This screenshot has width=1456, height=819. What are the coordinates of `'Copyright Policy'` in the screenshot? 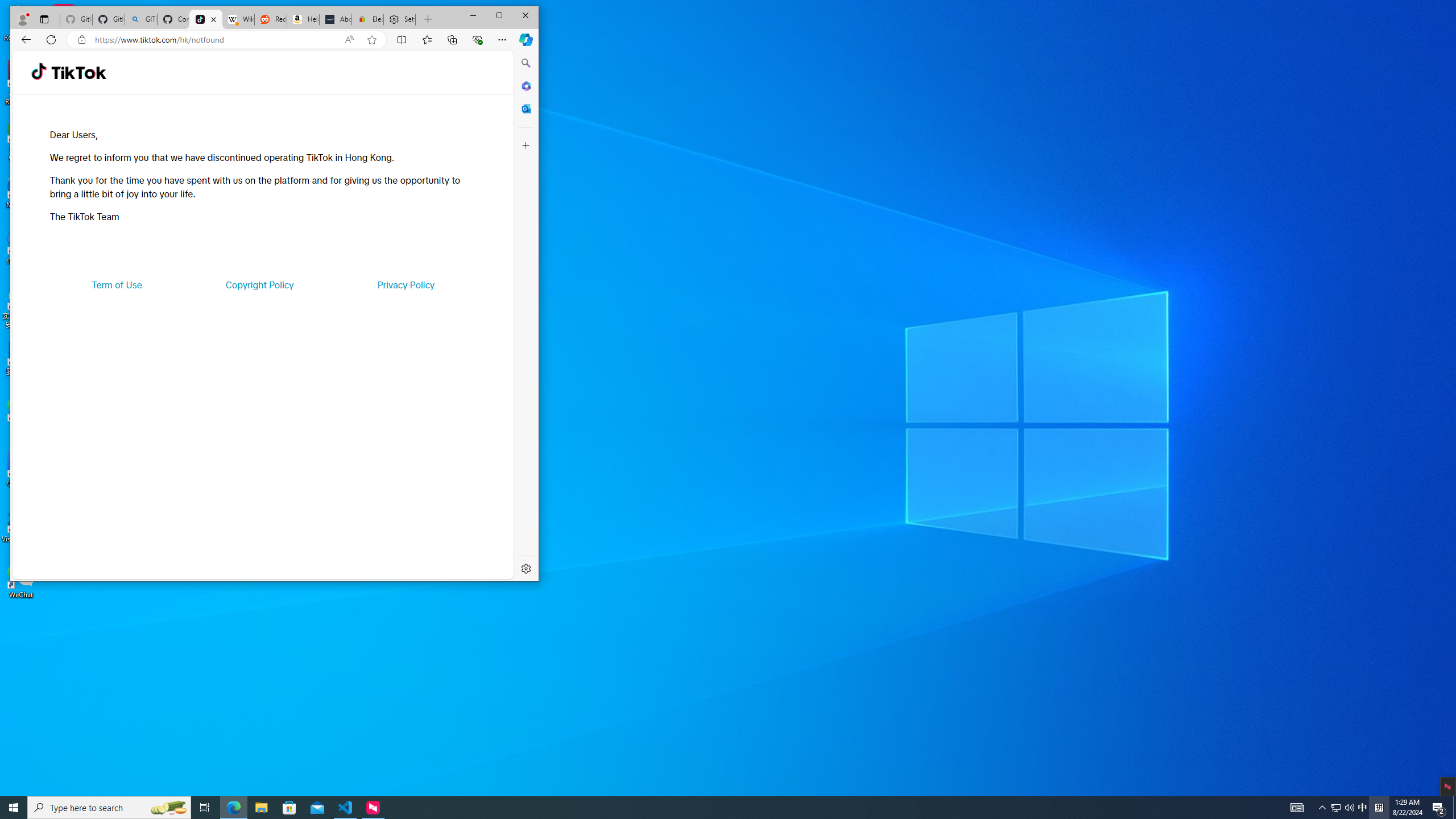 It's located at (259, 285).